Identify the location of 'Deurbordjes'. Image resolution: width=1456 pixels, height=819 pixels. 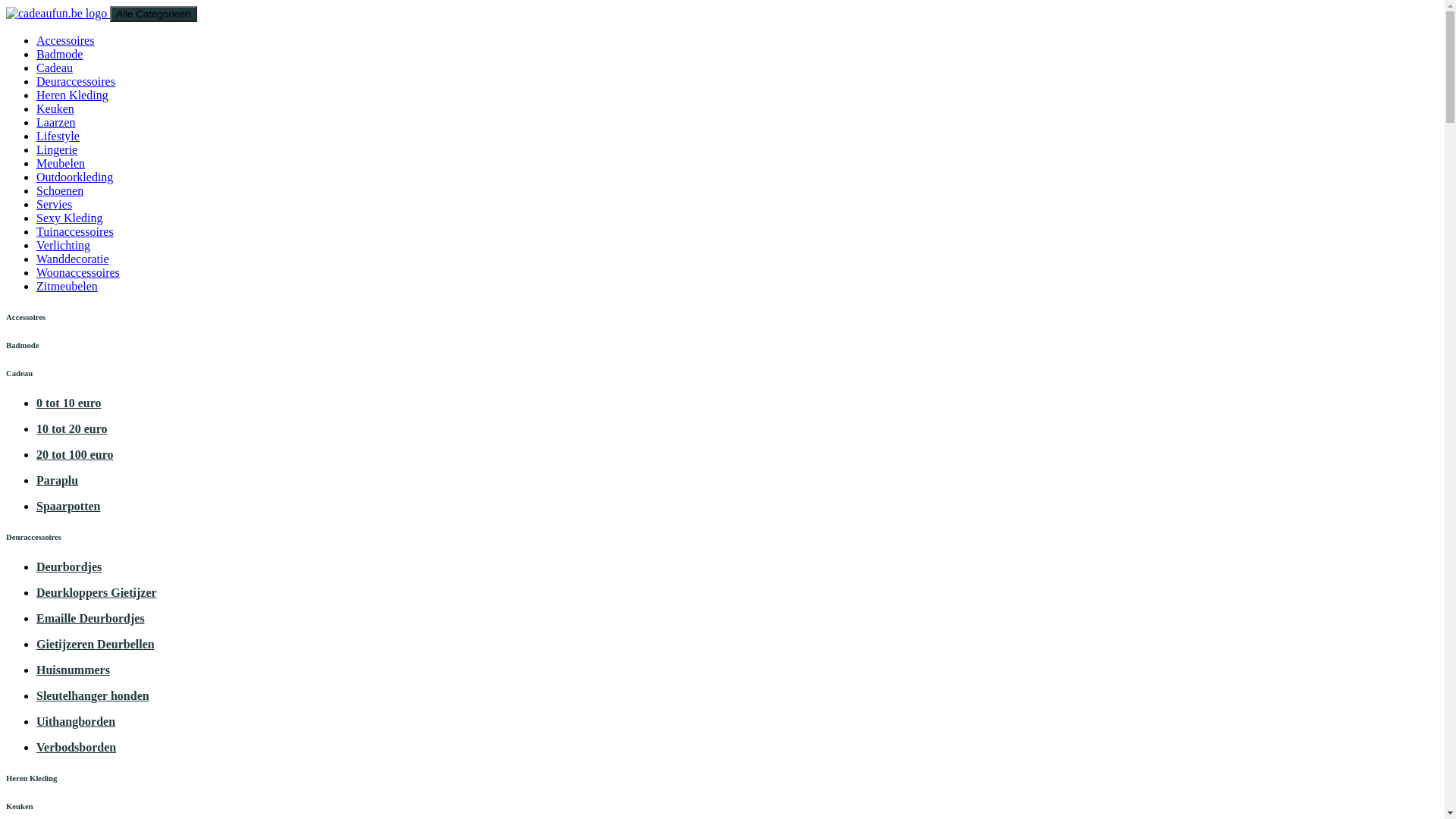
(36, 566).